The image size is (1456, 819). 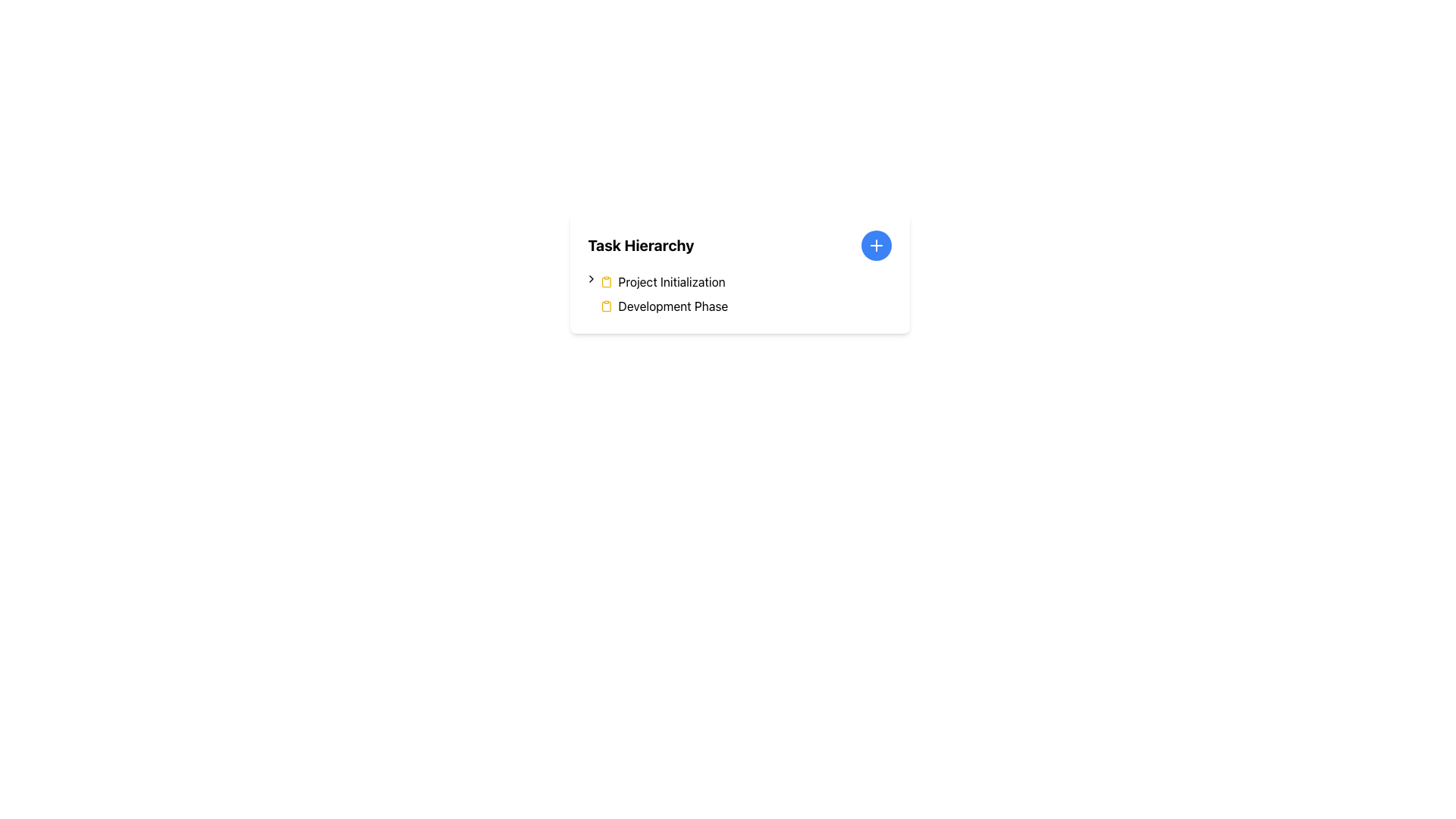 I want to click on the text label reading 'Project Initialization', so click(x=671, y=281).